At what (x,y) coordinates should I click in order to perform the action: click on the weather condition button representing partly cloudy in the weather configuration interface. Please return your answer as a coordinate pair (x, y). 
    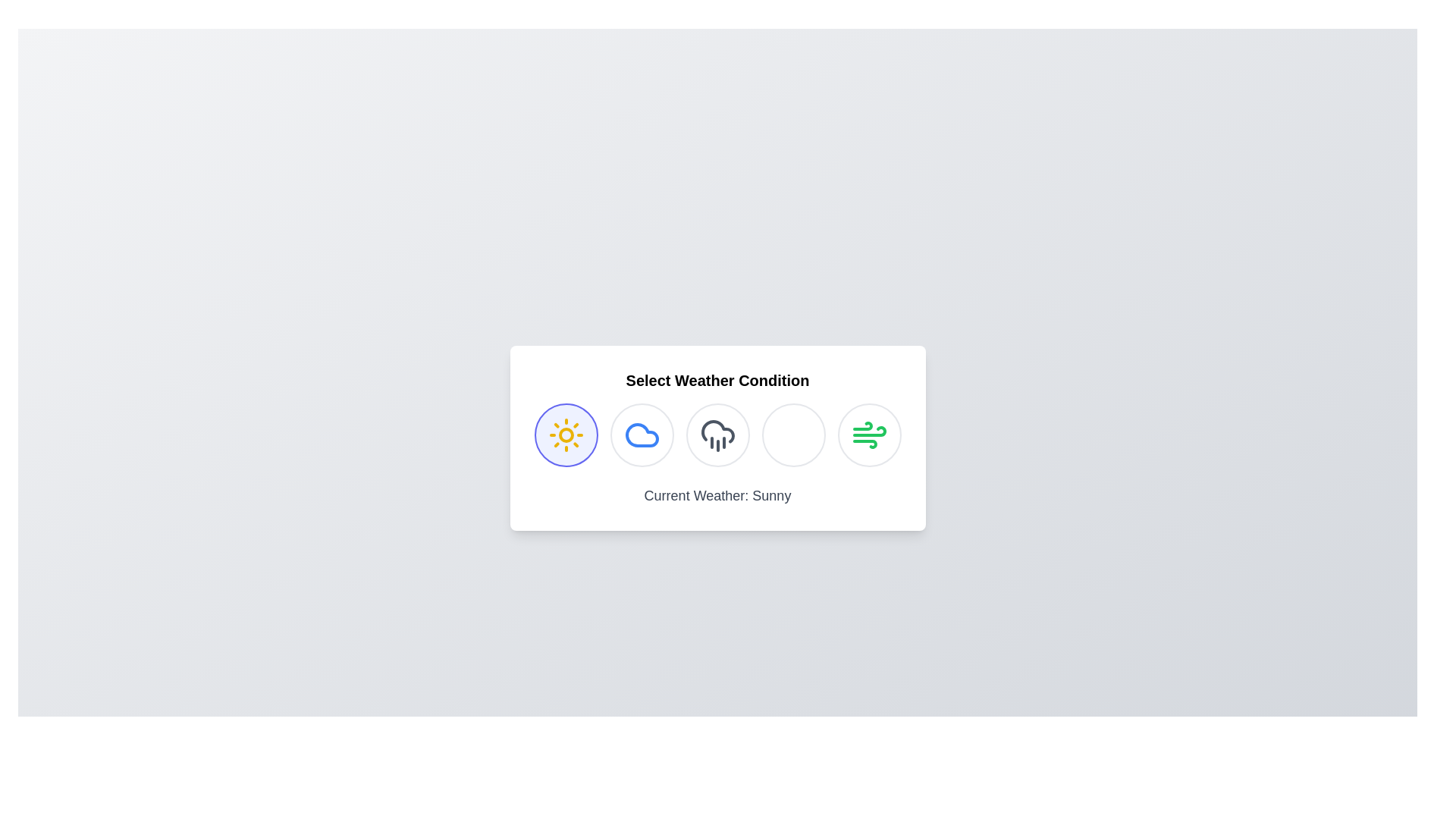
    Looking at the image, I should click on (642, 435).